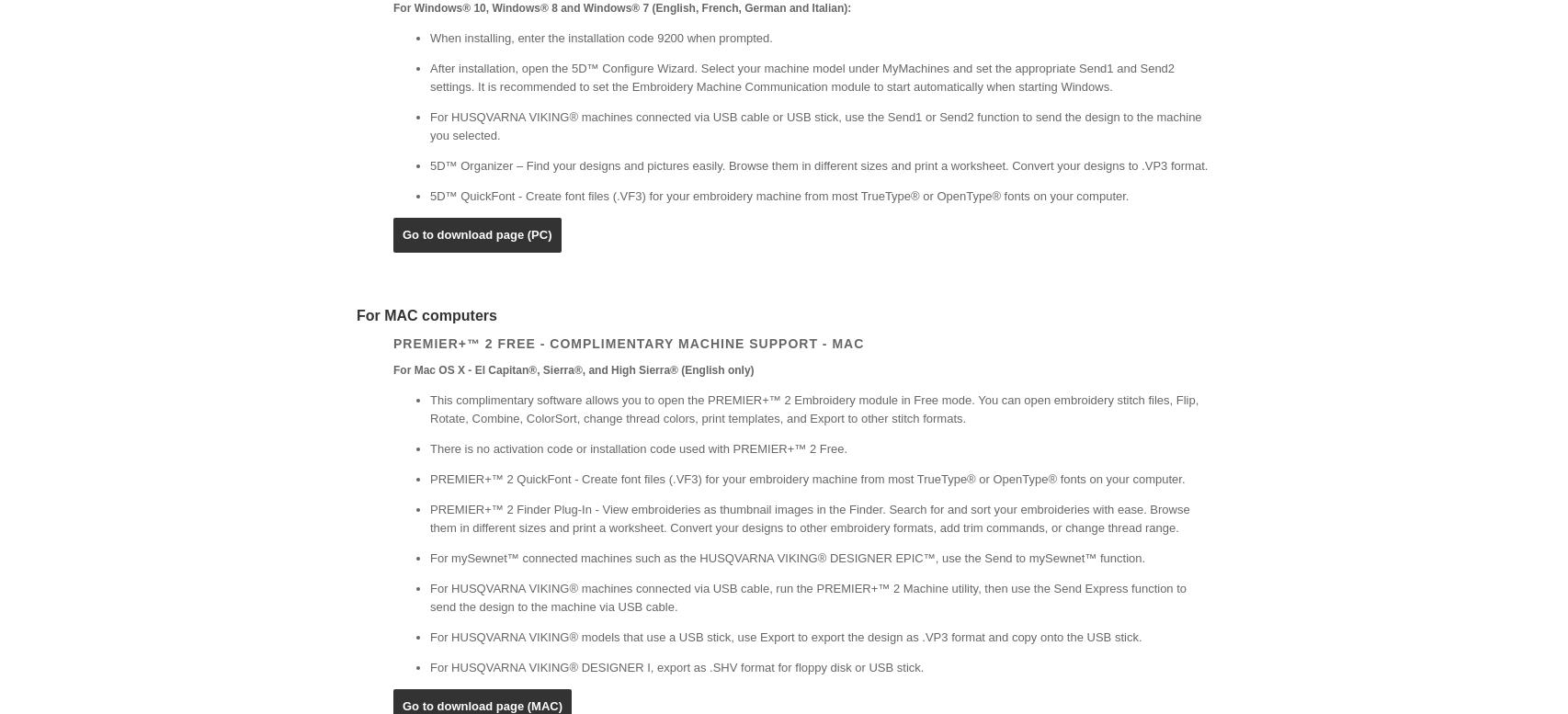  I want to click on 'For MAC computers', so click(426, 315).